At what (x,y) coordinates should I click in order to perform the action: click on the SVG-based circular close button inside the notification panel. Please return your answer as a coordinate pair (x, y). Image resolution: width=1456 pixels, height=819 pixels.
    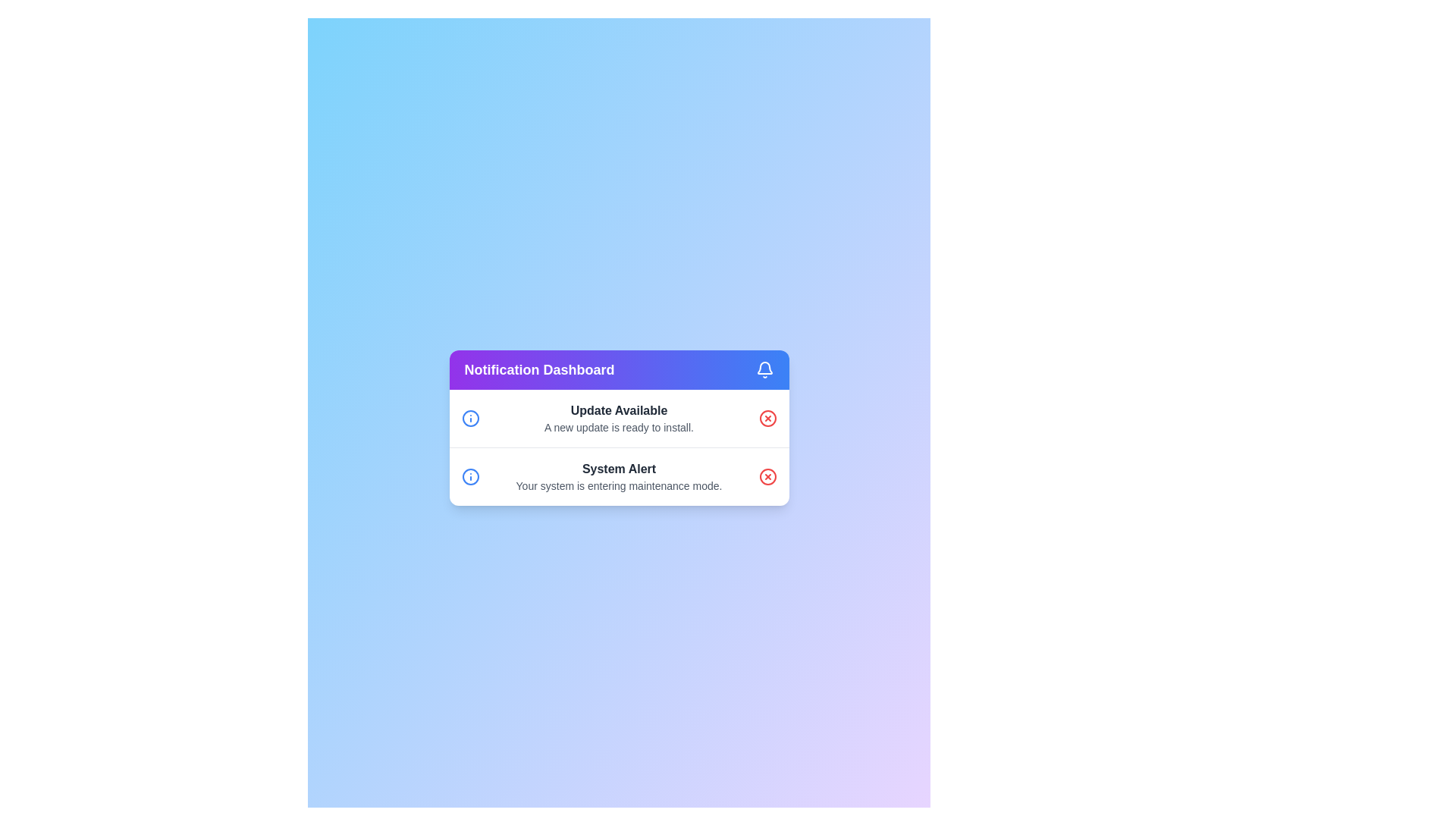
    Looking at the image, I should click on (767, 418).